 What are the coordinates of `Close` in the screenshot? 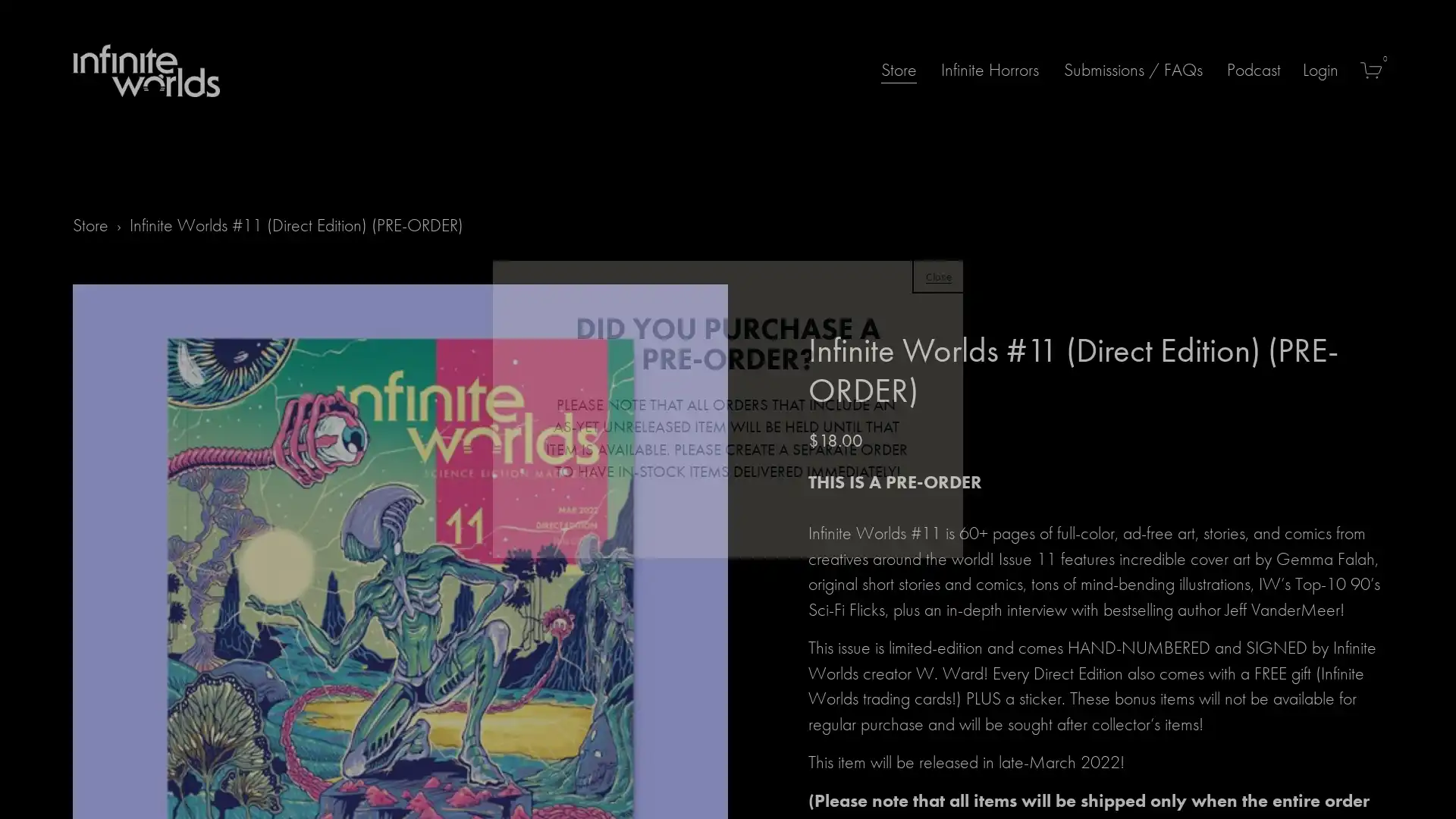 It's located at (938, 275).